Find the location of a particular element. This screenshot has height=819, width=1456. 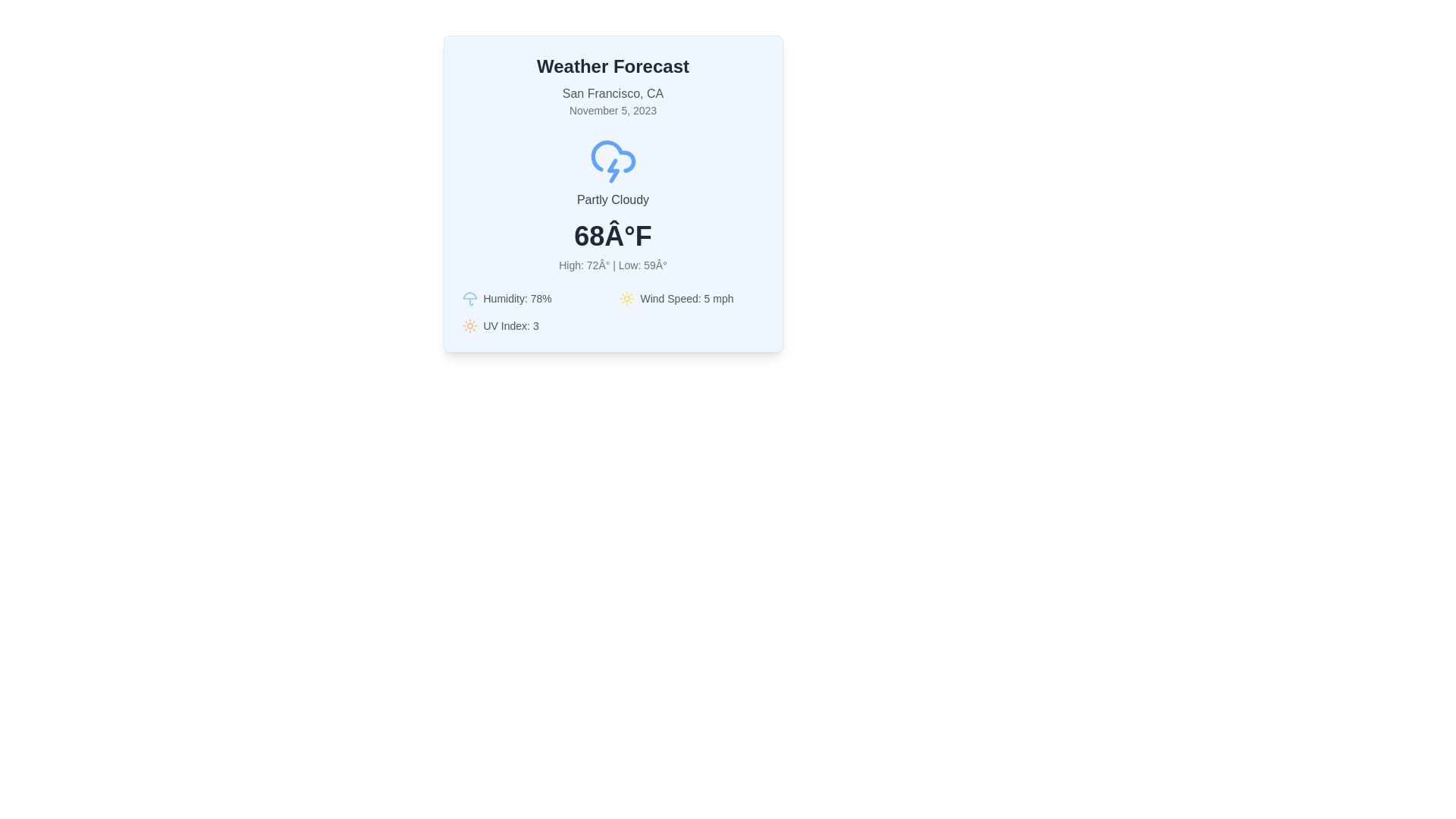

the stylized sun icon located to the left of the text 'UV Index: 3' in the bottom-left portion of the weather forecast card is located at coordinates (469, 325).